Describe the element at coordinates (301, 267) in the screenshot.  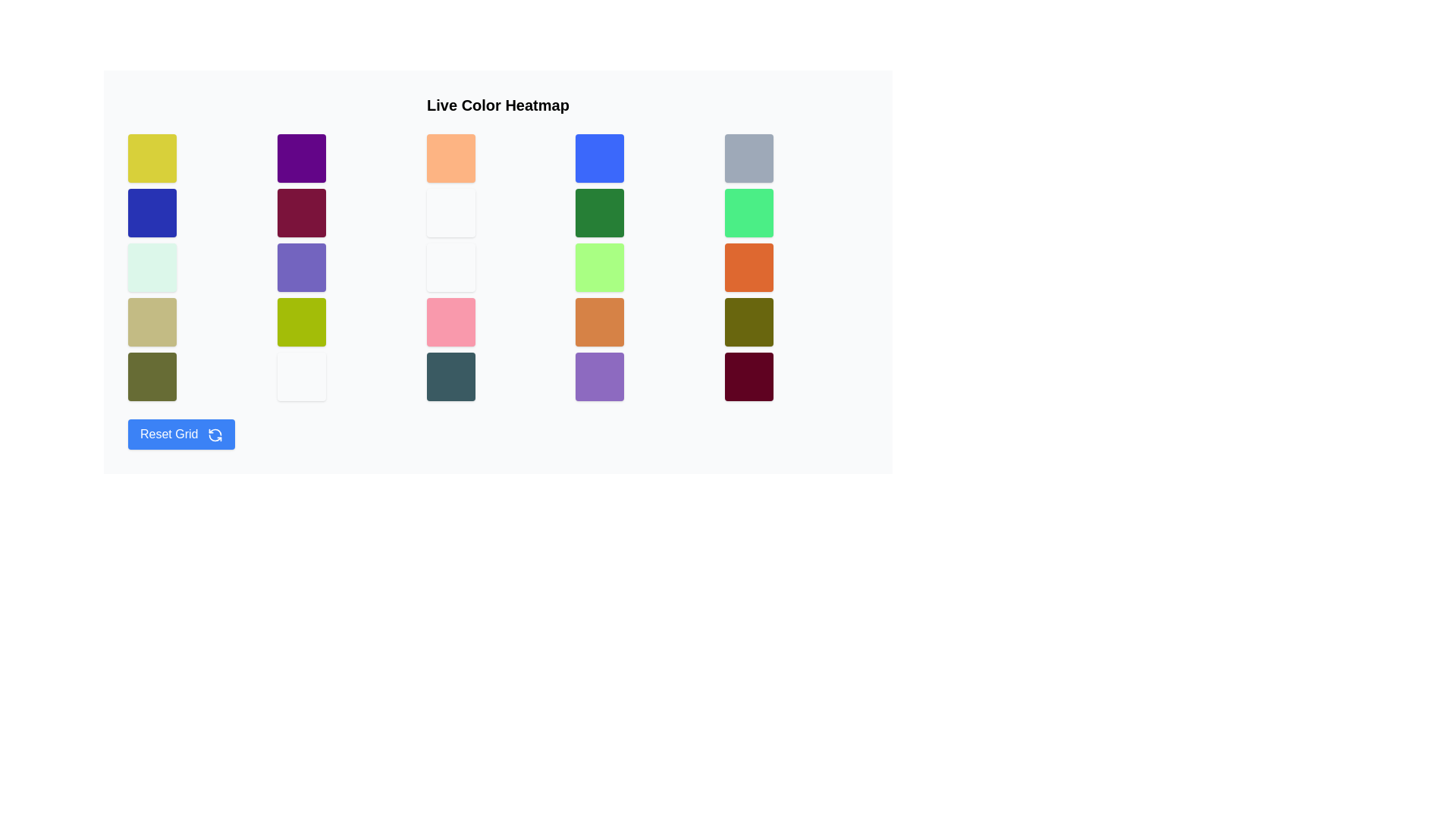
I see `the visual block located in the third column and third row of the grid layout, which is part of an interactive heatmap design` at that location.